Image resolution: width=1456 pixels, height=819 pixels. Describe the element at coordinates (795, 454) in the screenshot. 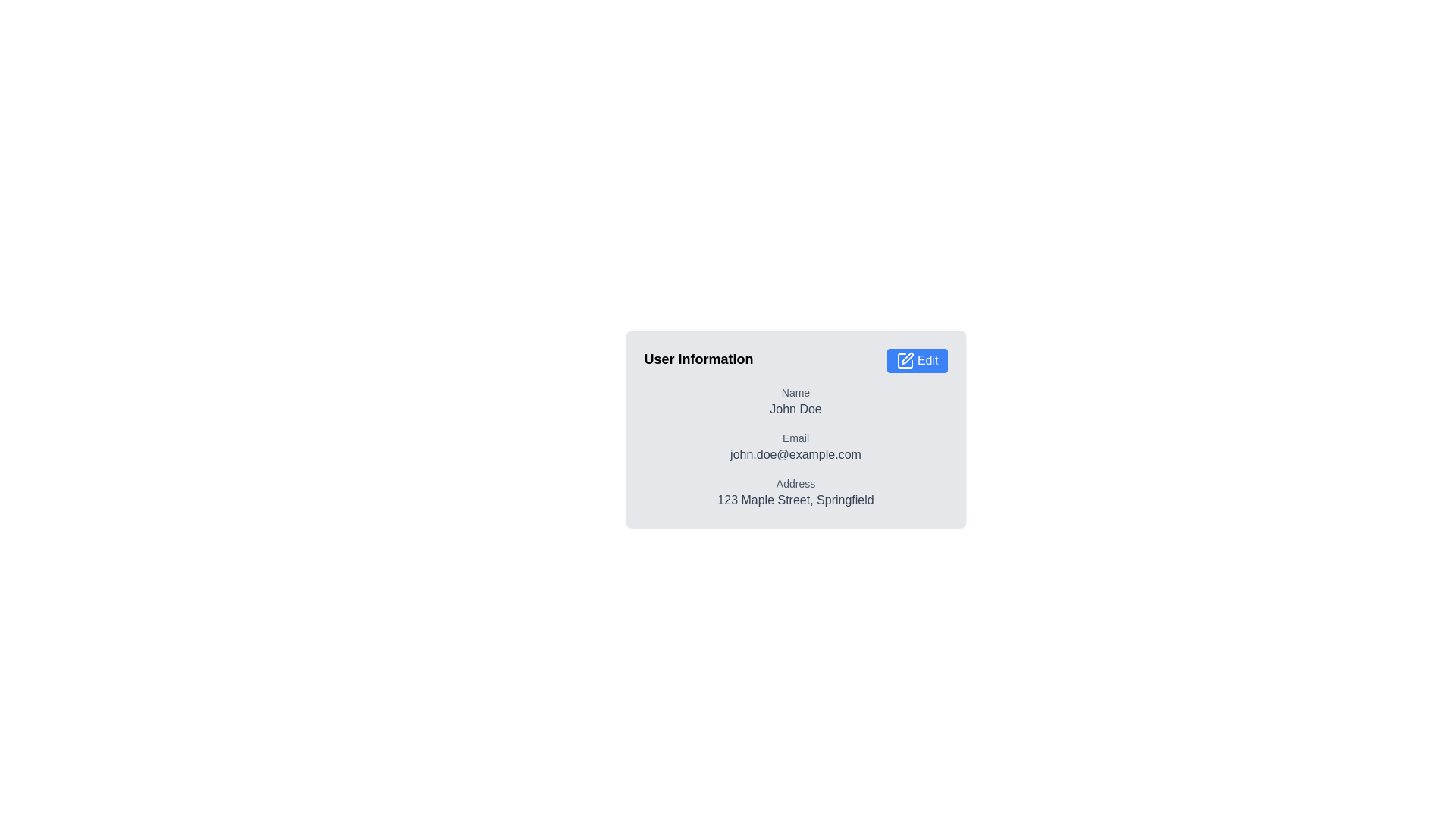

I see `the email address displayed below the 'Email' label, which serves as part of the user's contact information` at that location.